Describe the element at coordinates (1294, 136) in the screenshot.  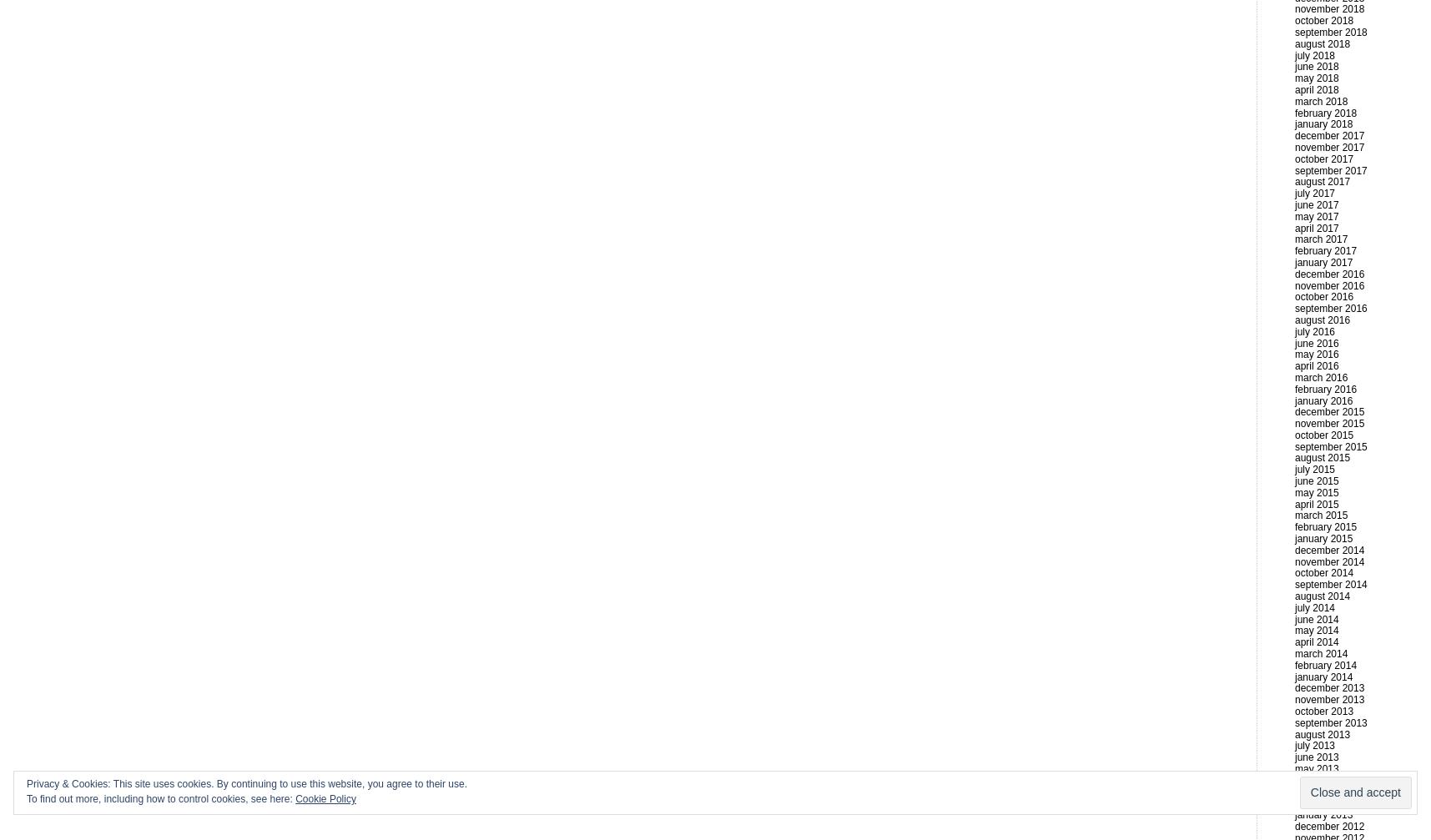
I see `'December 2017'` at that location.